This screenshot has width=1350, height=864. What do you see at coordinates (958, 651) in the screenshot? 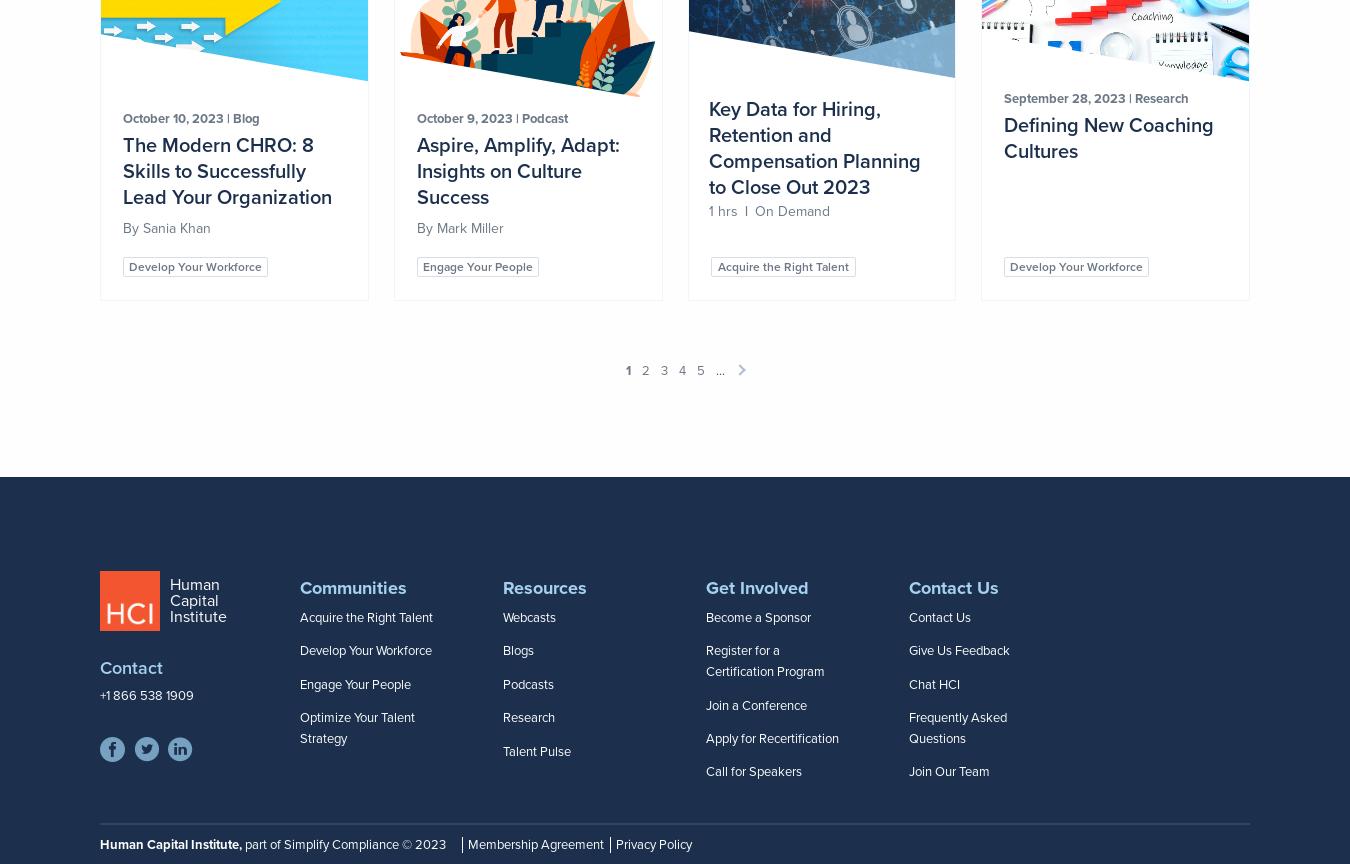
I see `'Give Us Feedback'` at bounding box center [958, 651].